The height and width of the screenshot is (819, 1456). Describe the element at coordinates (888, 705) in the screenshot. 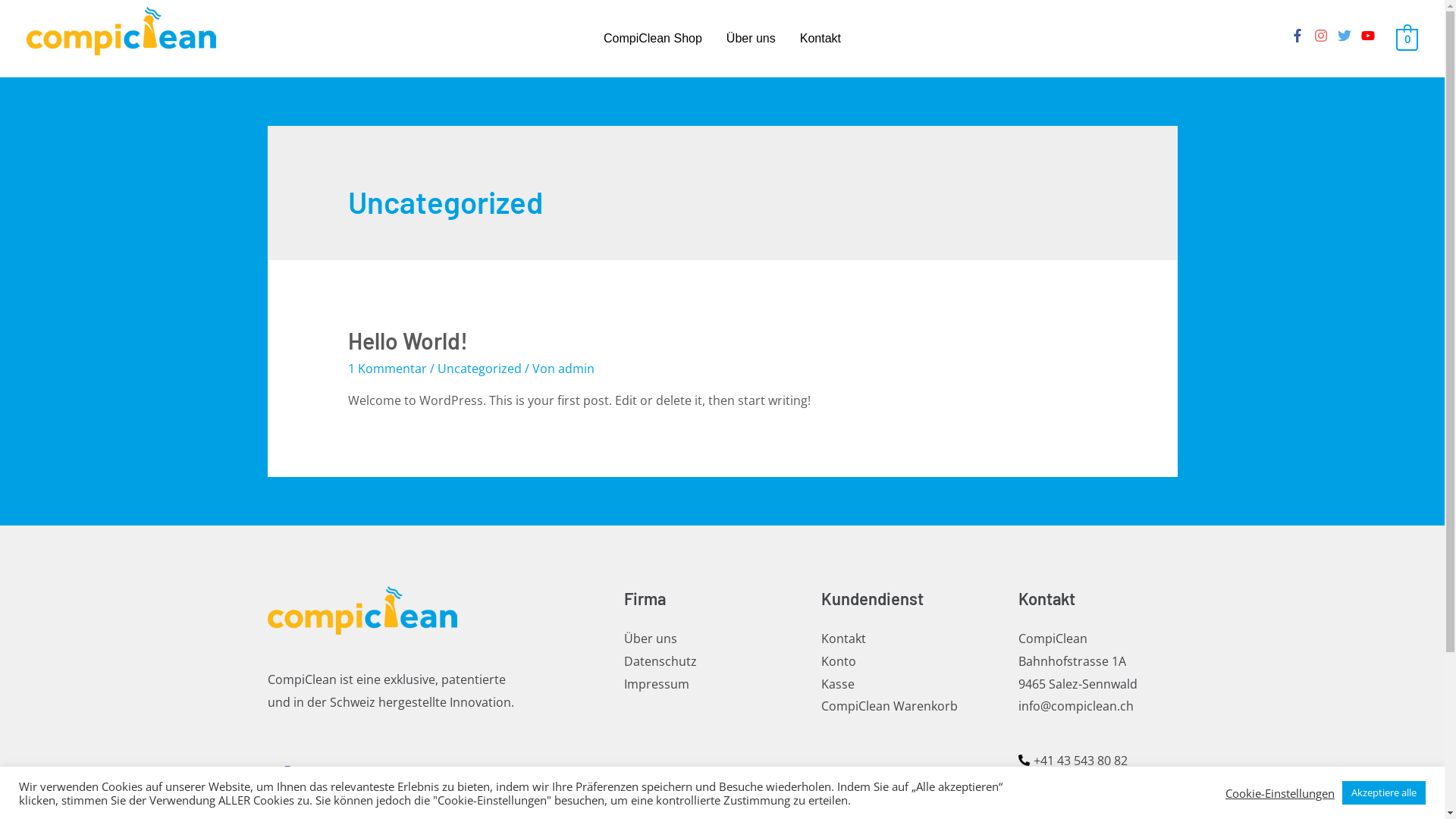

I see `'CompiClean Warenkorb'` at that location.